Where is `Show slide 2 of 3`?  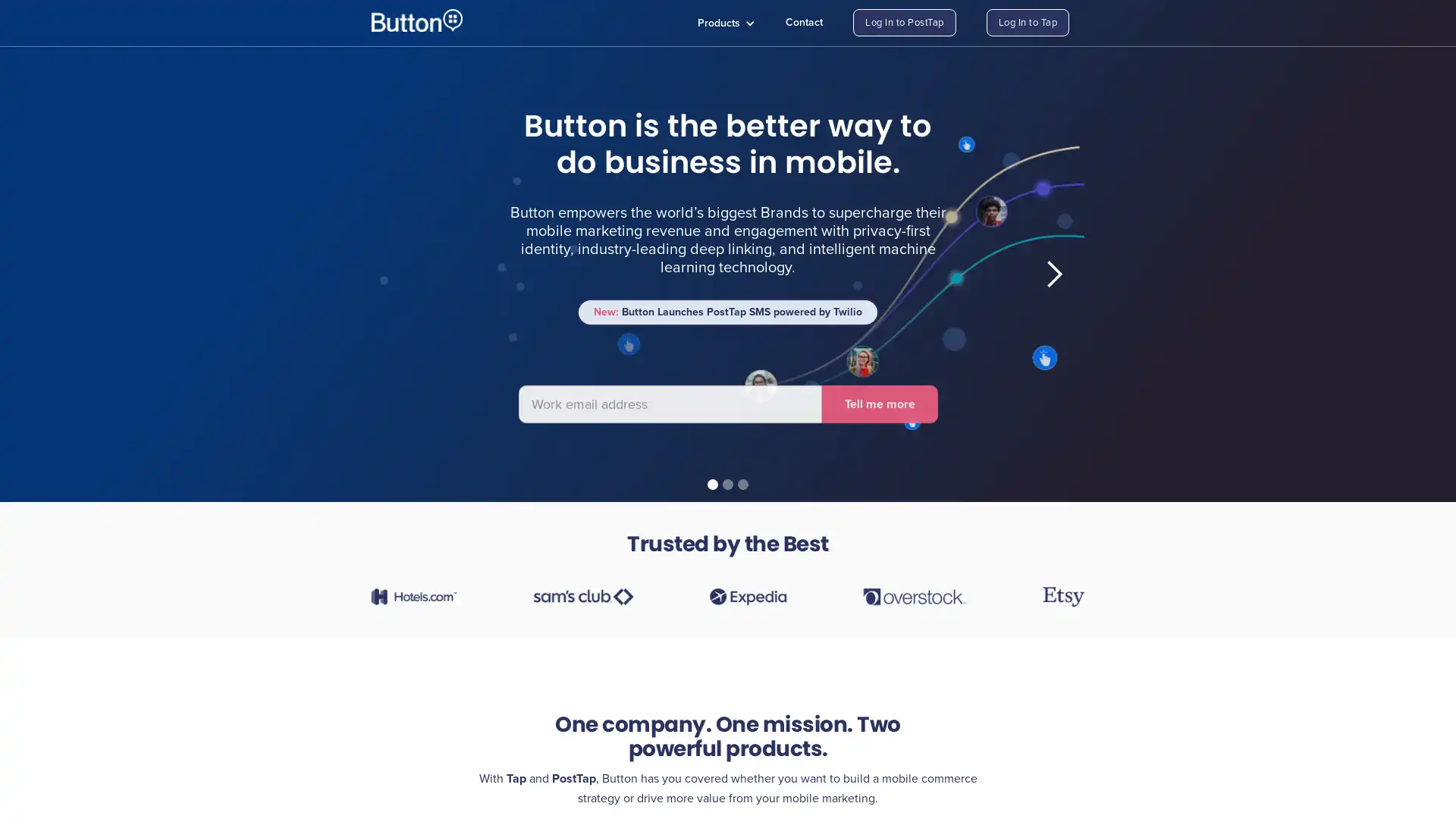
Show slide 2 of 3 is located at coordinates (728, 485).